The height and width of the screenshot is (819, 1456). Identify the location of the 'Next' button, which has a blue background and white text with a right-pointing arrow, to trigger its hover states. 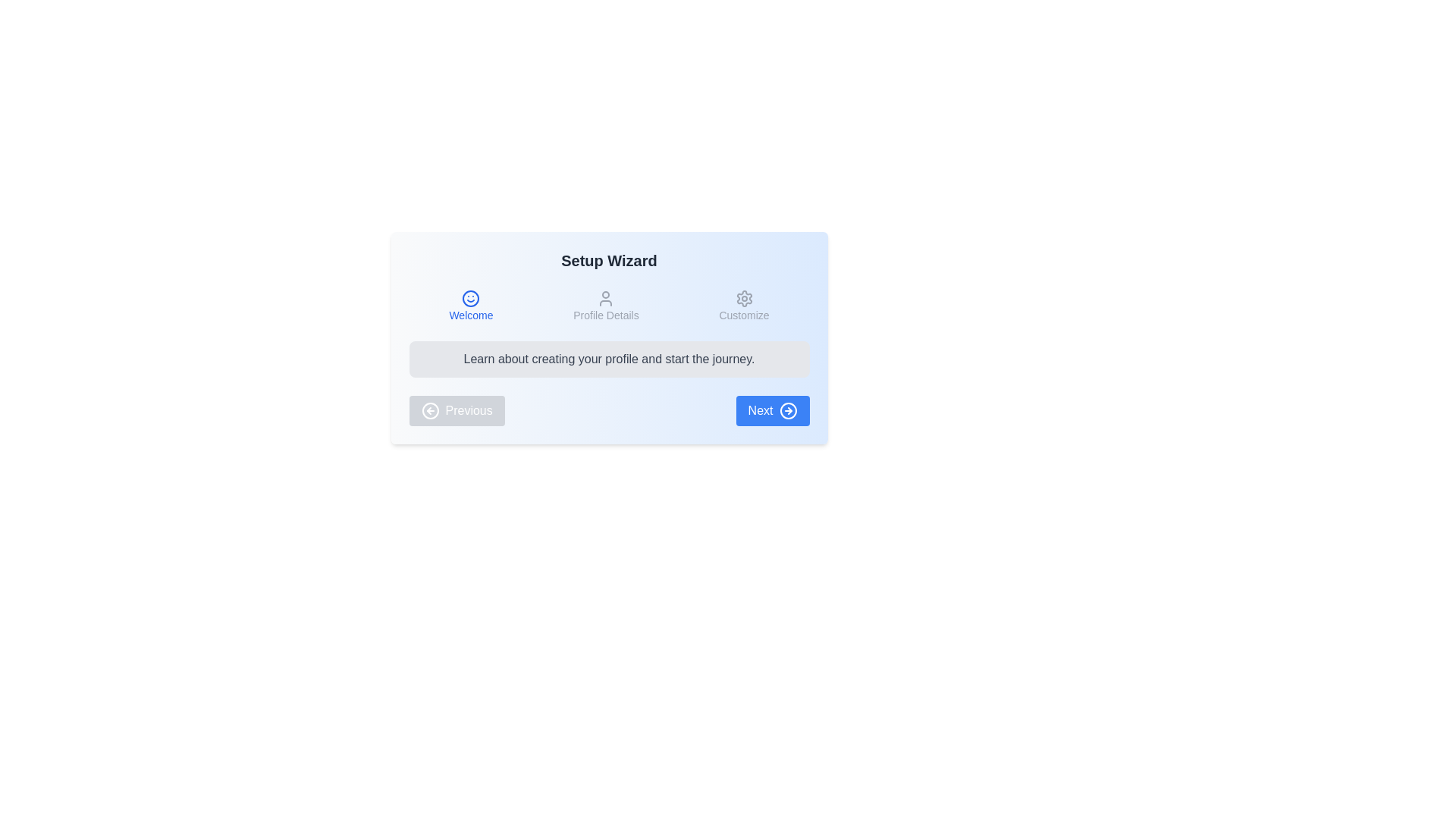
(773, 411).